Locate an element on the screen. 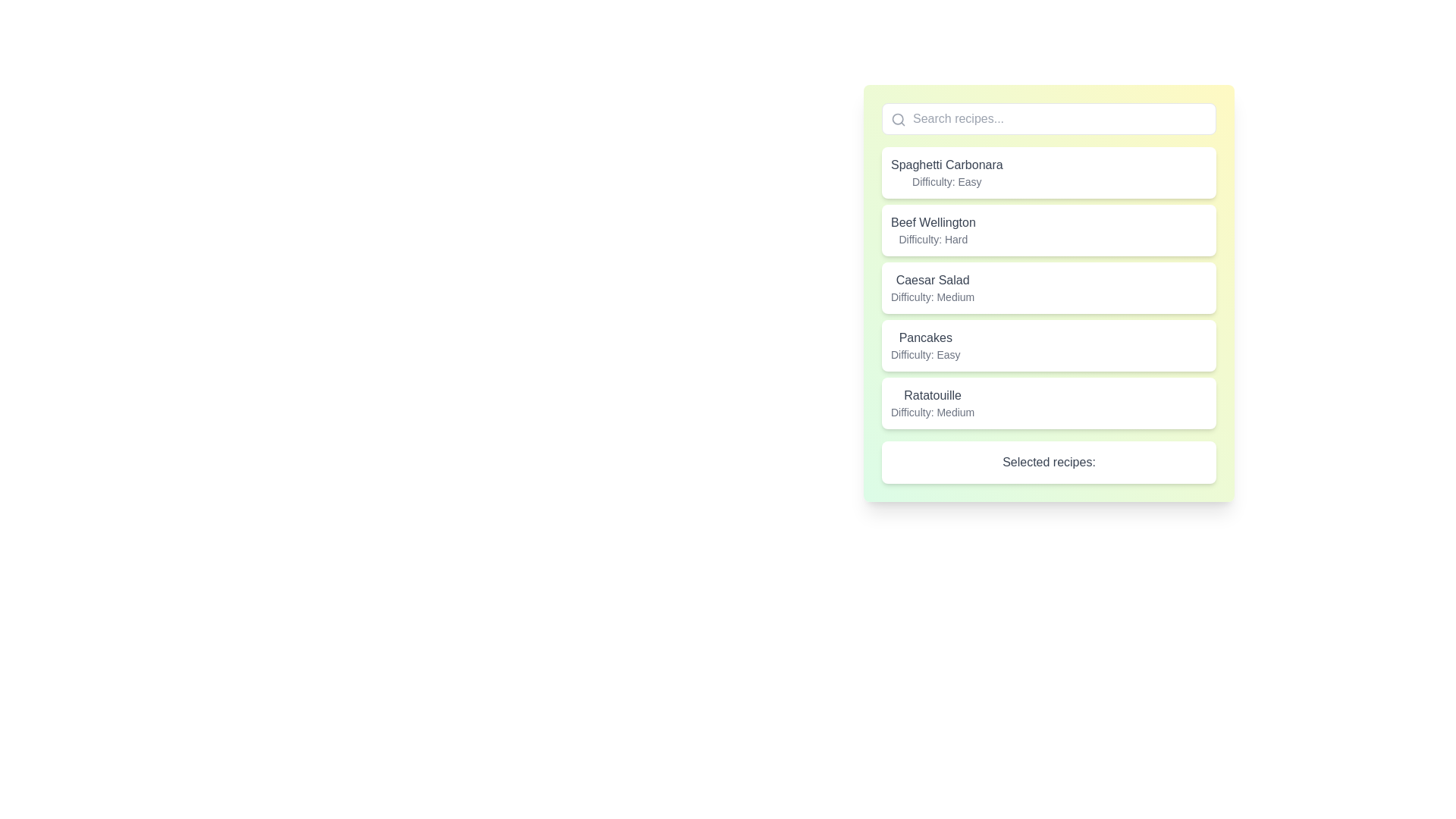 The height and width of the screenshot is (819, 1456). the text block displaying 'Ratatouille' and 'Difficulty: Medium' is located at coordinates (932, 403).